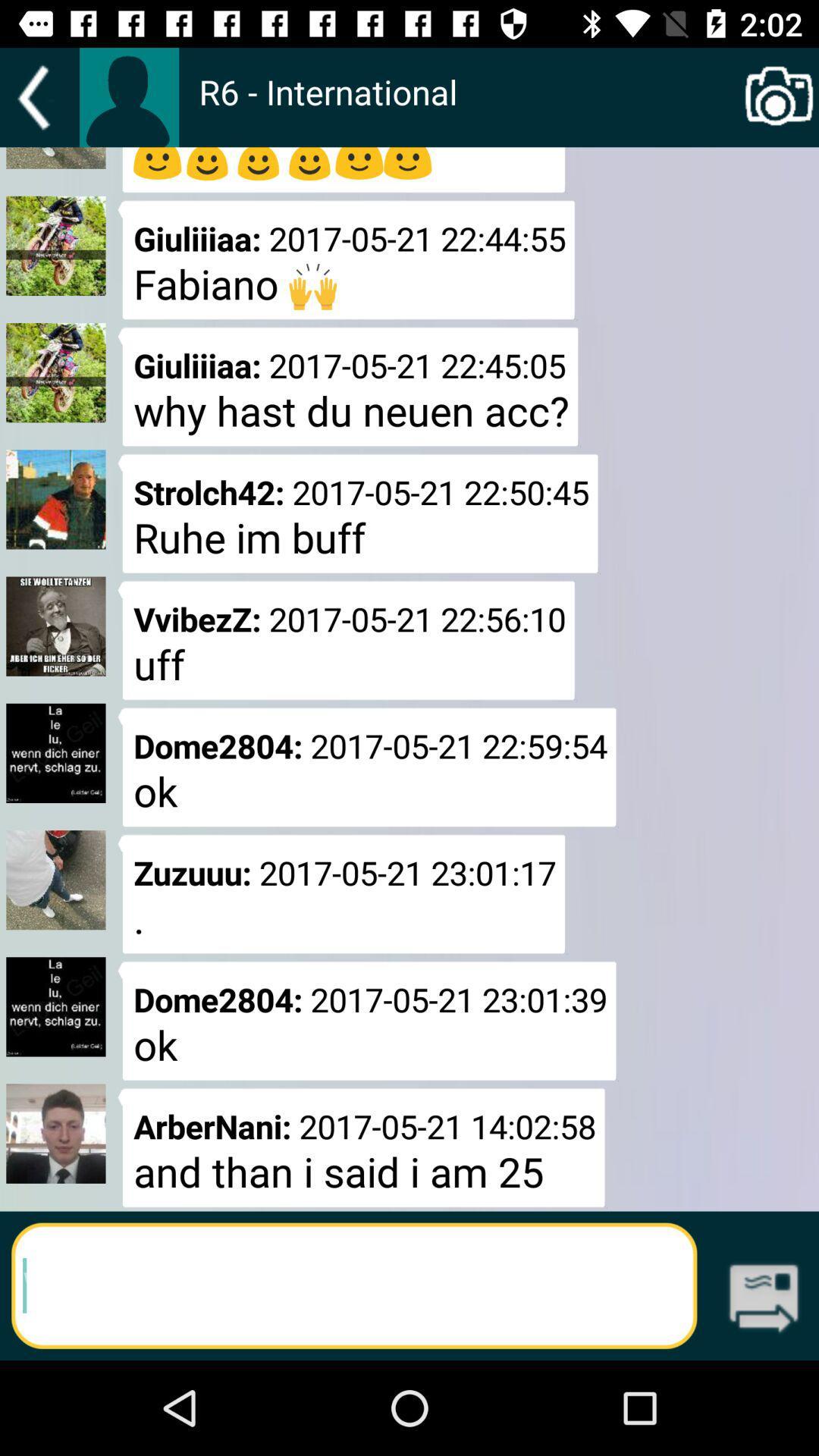 The width and height of the screenshot is (819, 1456). What do you see at coordinates (764, 1299) in the screenshot?
I see `send message` at bounding box center [764, 1299].